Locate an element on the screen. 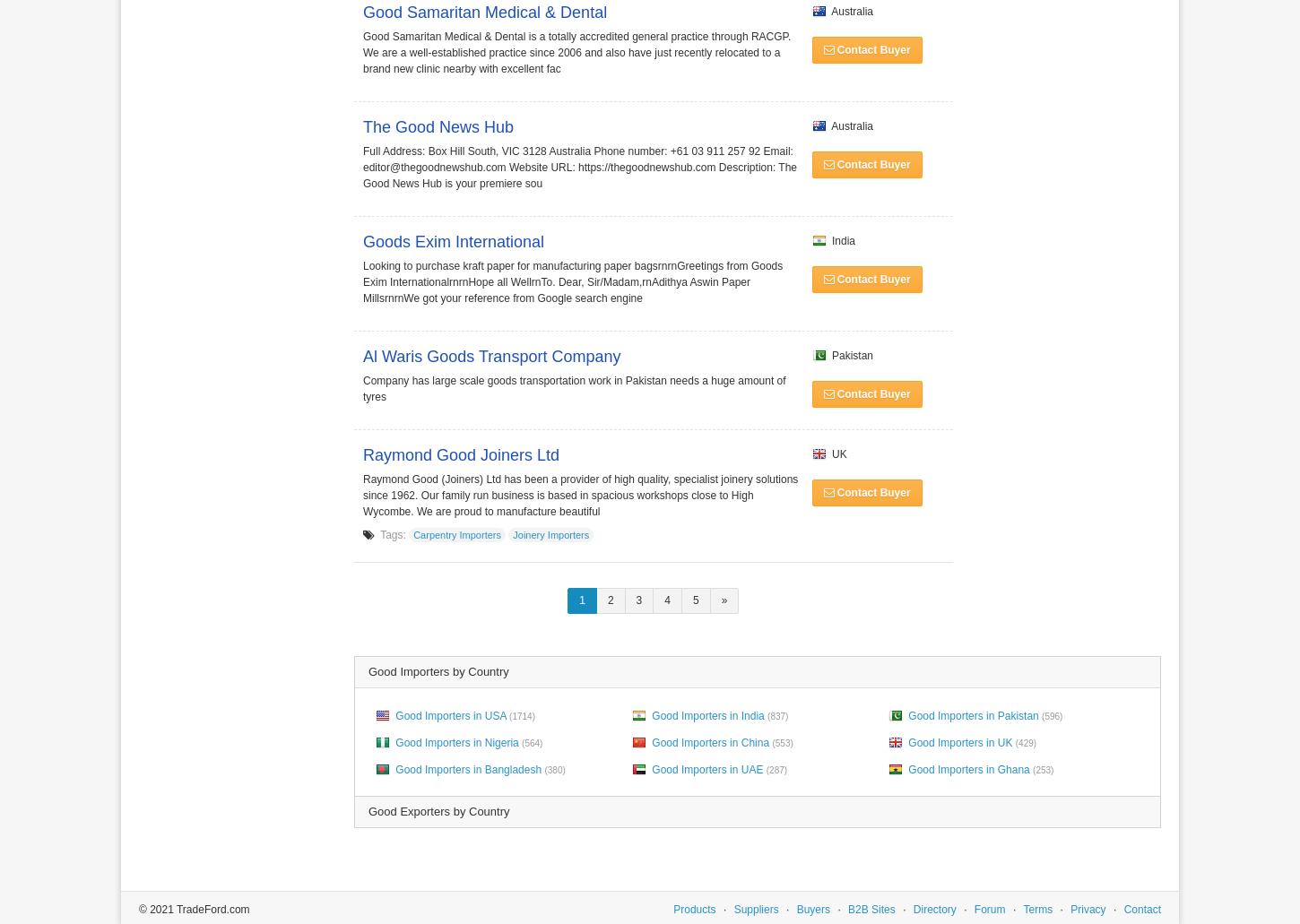 The height and width of the screenshot is (924, 1300). 'Raymond Good Joiners Ltd' is located at coordinates (361, 454).